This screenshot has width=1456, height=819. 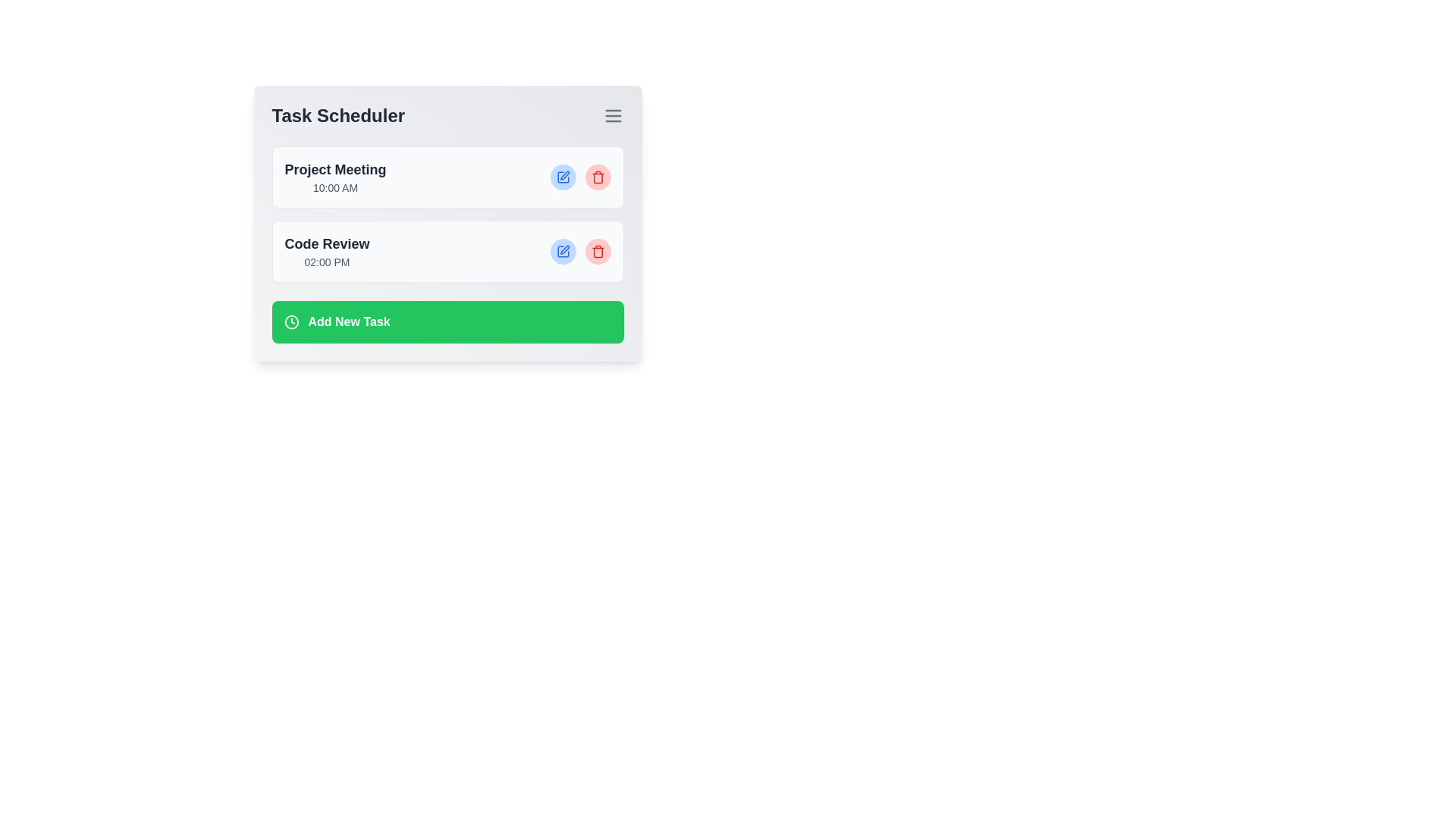 What do you see at coordinates (563, 249) in the screenshot?
I see `the edit icon for the 'Code Review' task entry, which is the first icon in the icon group on the left side of the task scheduler UI` at bounding box center [563, 249].